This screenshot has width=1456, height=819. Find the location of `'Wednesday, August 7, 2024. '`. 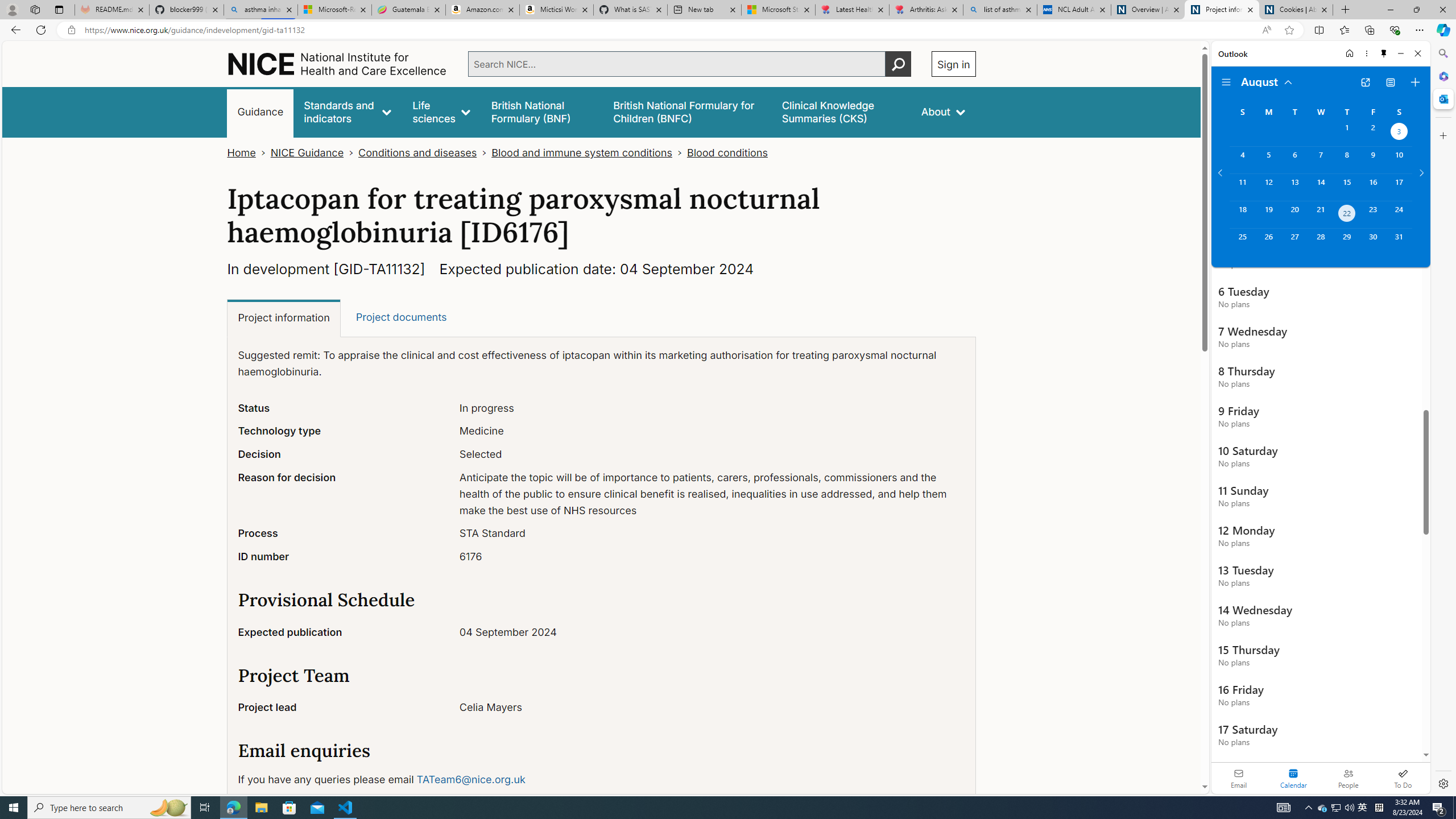

'Wednesday, August 7, 2024. ' is located at coordinates (1319, 159).